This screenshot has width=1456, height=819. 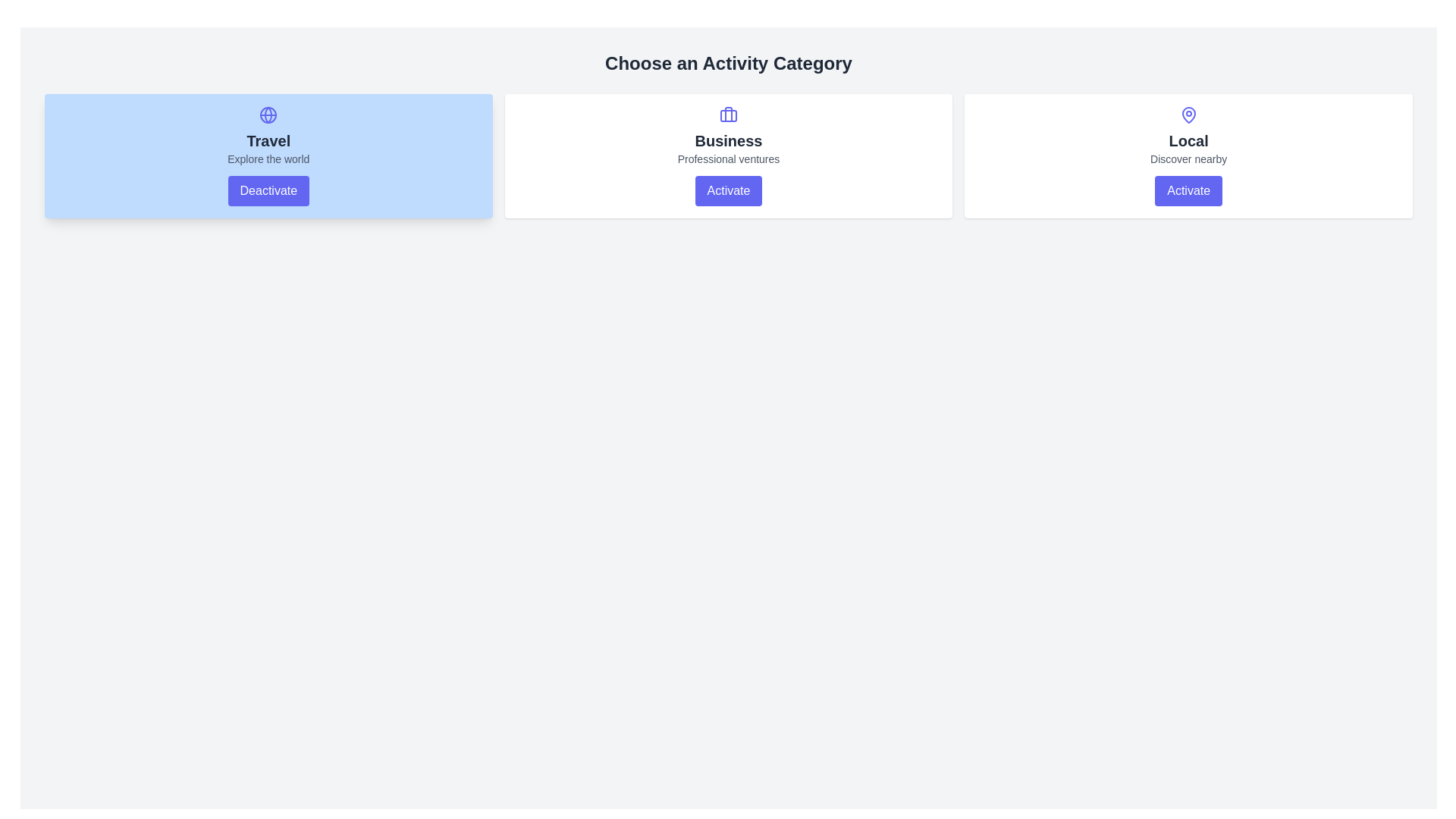 What do you see at coordinates (728, 158) in the screenshot?
I see `the text label that reads 'Professional ventures', which is displayed in a small-sized, gray-colored font beneath the title 'Business' within the 'Business' card` at bounding box center [728, 158].